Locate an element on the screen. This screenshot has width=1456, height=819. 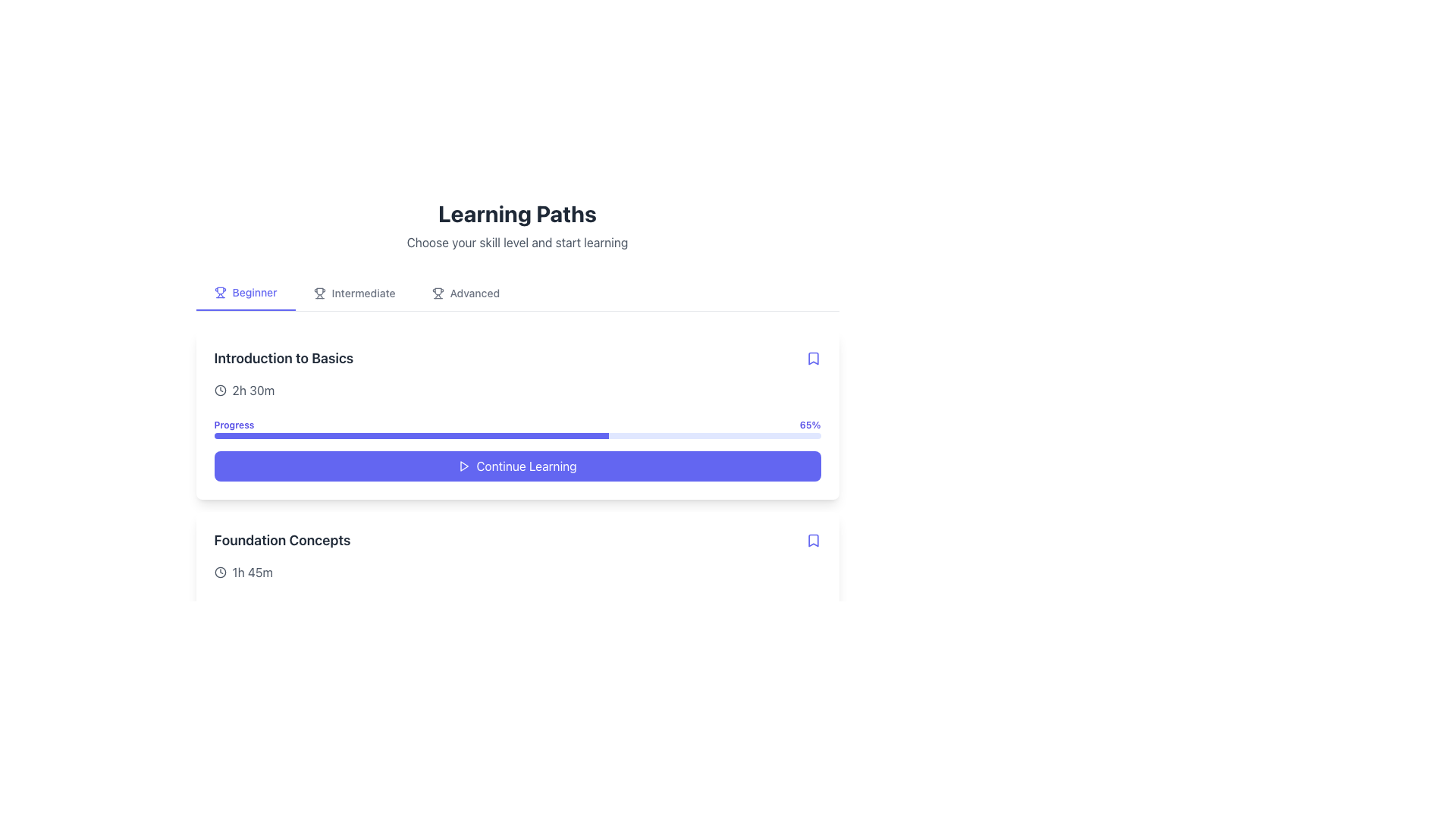
the details of the clock icon located to the left of the '1h 45m' text under the 'Foundation Concepts' section of the 'Introduction to Basics' is located at coordinates (219, 573).